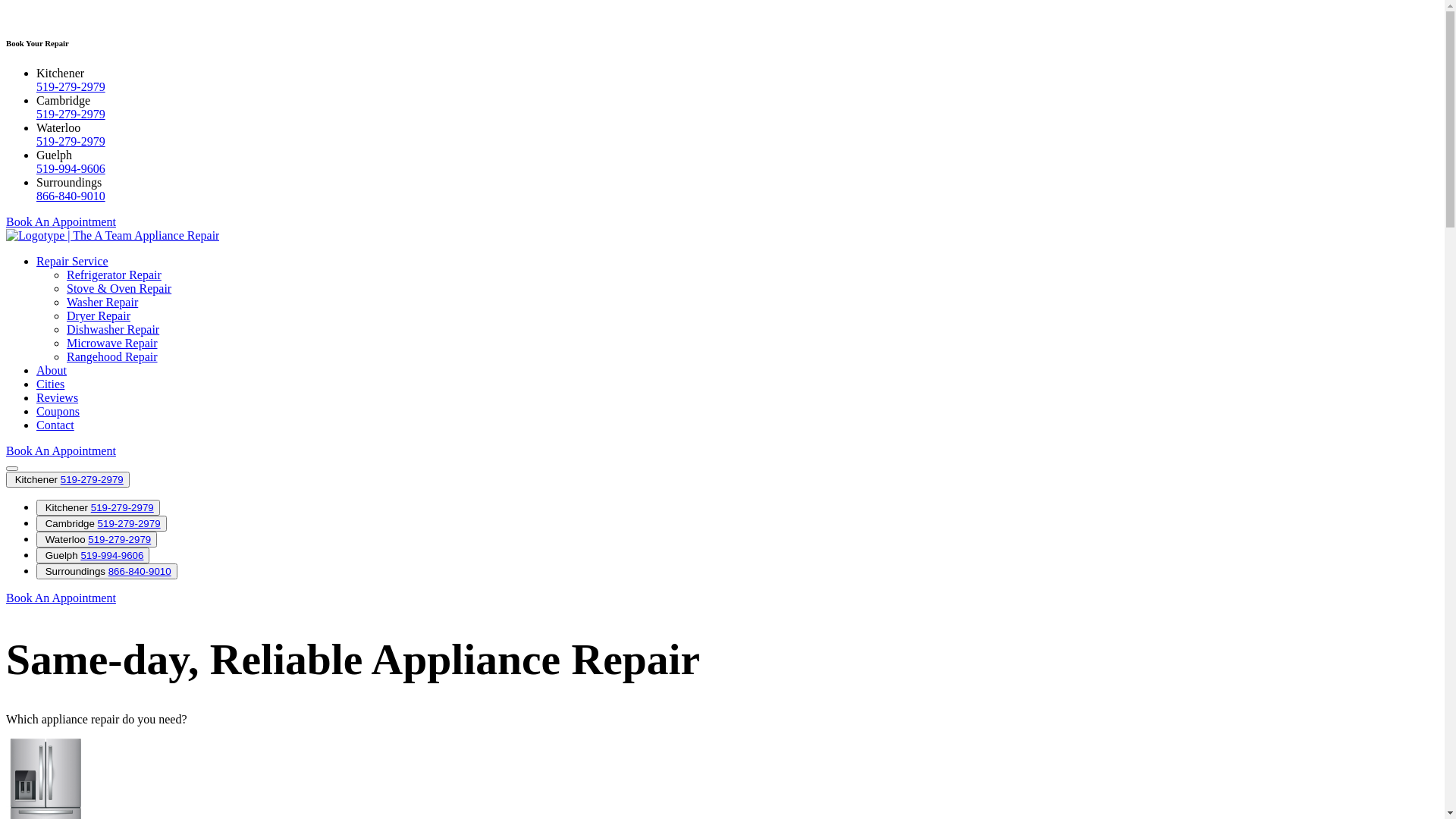 The height and width of the screenshot is (819, 1456). What do you see at coordinates (36, 522) in the screenshot?
I see `'Cambridge 519-279-2979'` at bounding box center [36, 522].